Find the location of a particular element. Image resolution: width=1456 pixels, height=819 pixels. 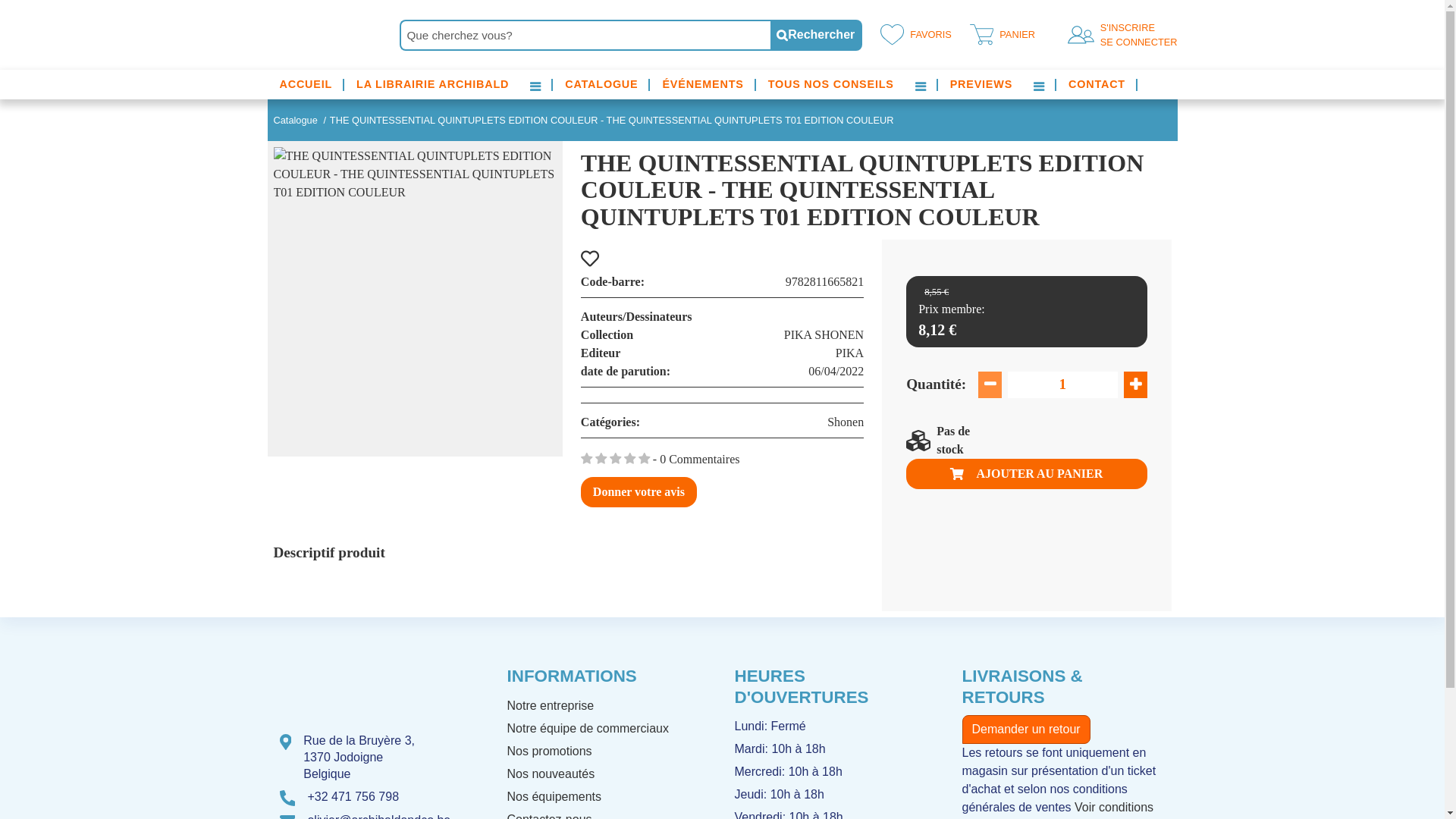

'Add to Wishlist' is located at coordinates (580, 259).